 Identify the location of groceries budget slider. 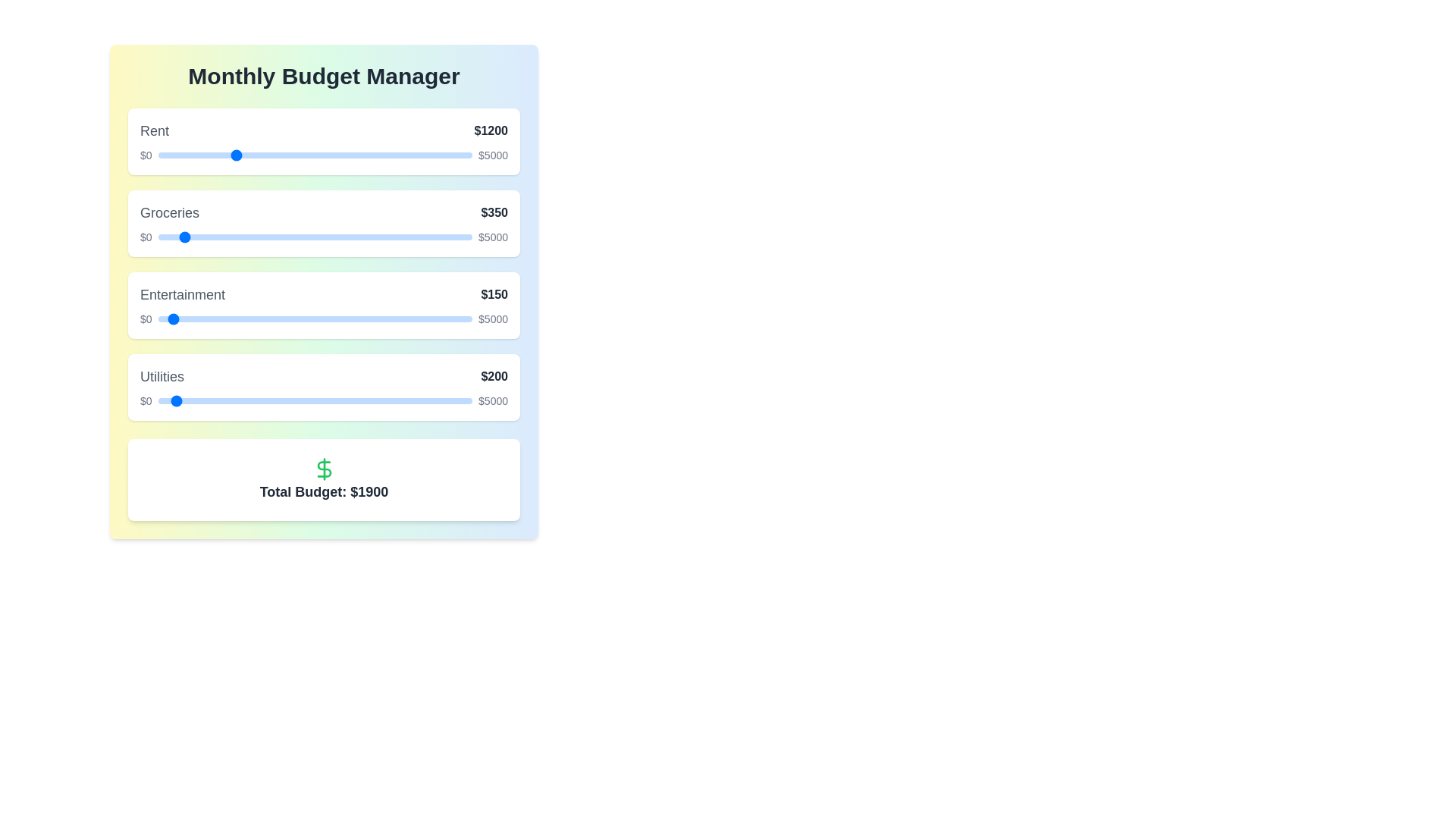
(199, 237).